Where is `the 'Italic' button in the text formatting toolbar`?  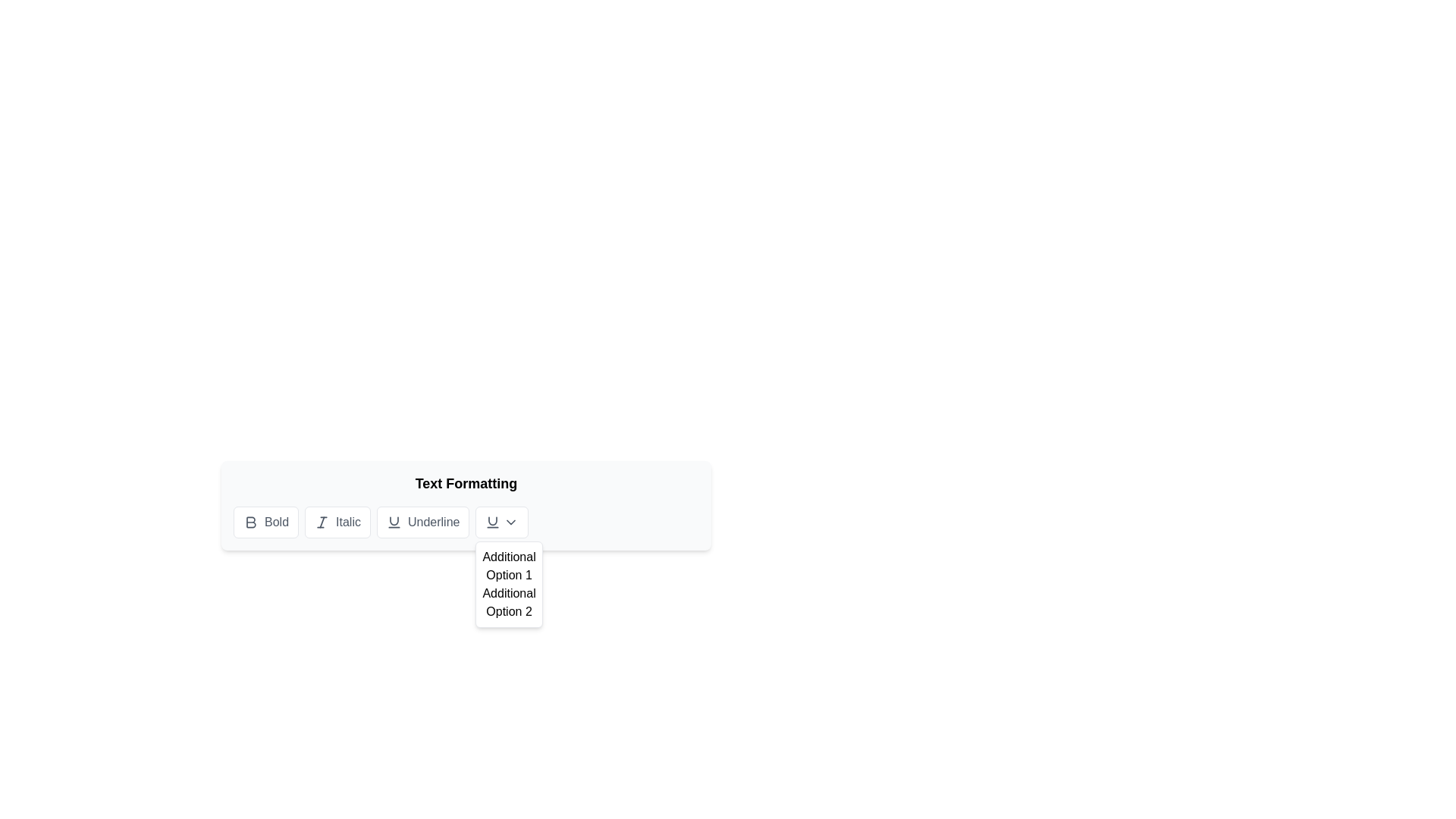
the 'Italic' button in the text formatting toolbar is located at coordinates (322, 522).